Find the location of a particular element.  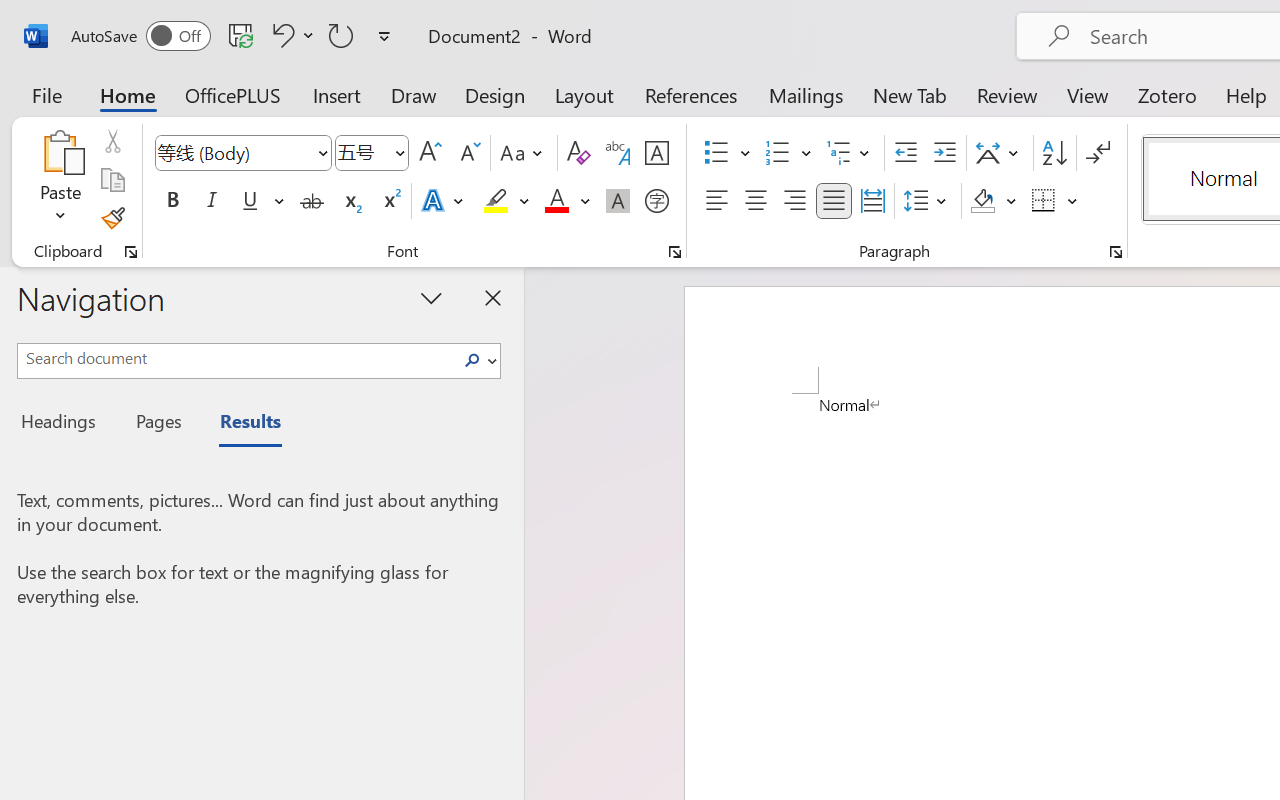

'Asian Layout' is located at coordinates (1000, 153).